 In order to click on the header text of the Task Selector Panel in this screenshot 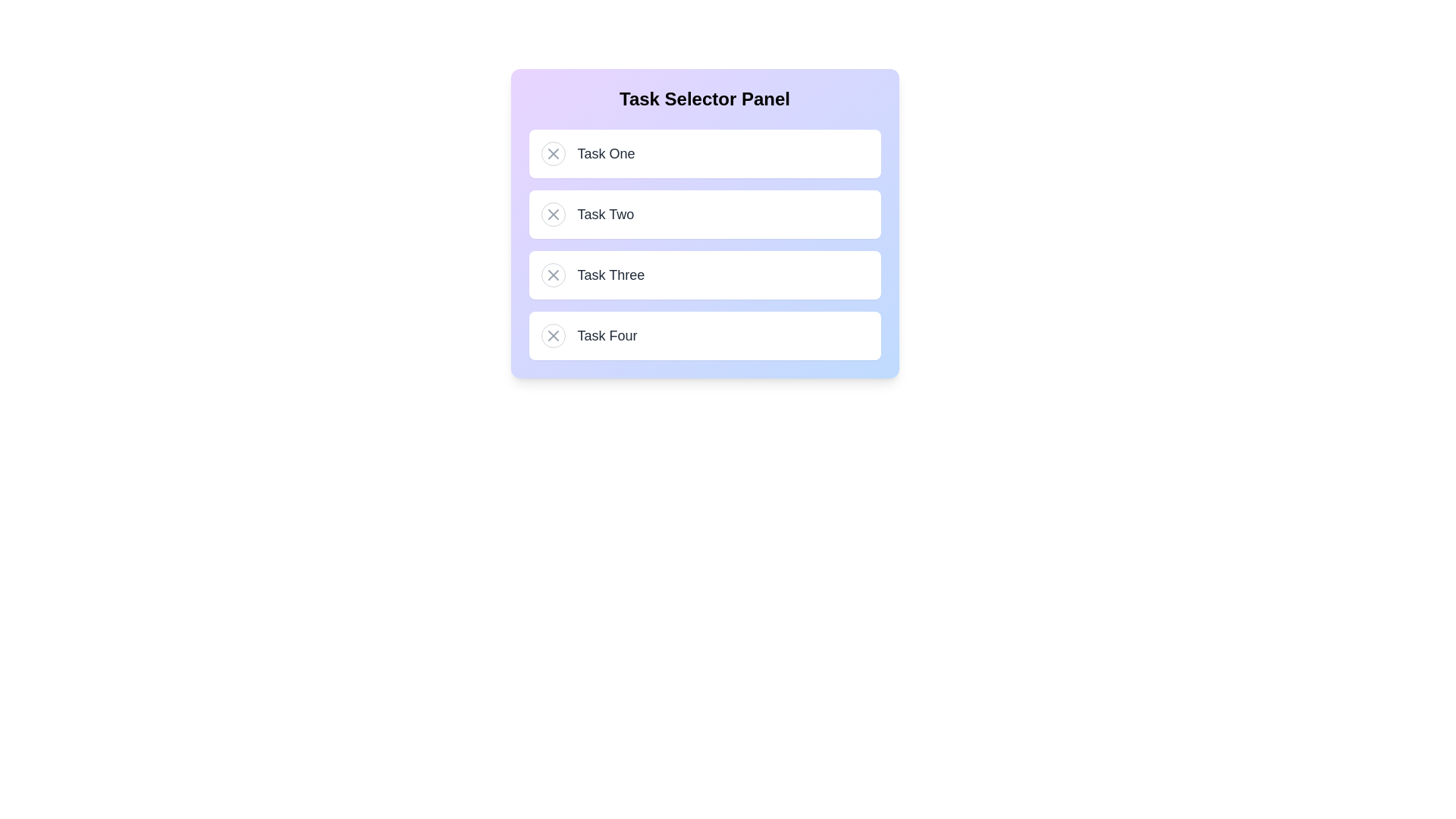, I will do `click(704, 99)`.